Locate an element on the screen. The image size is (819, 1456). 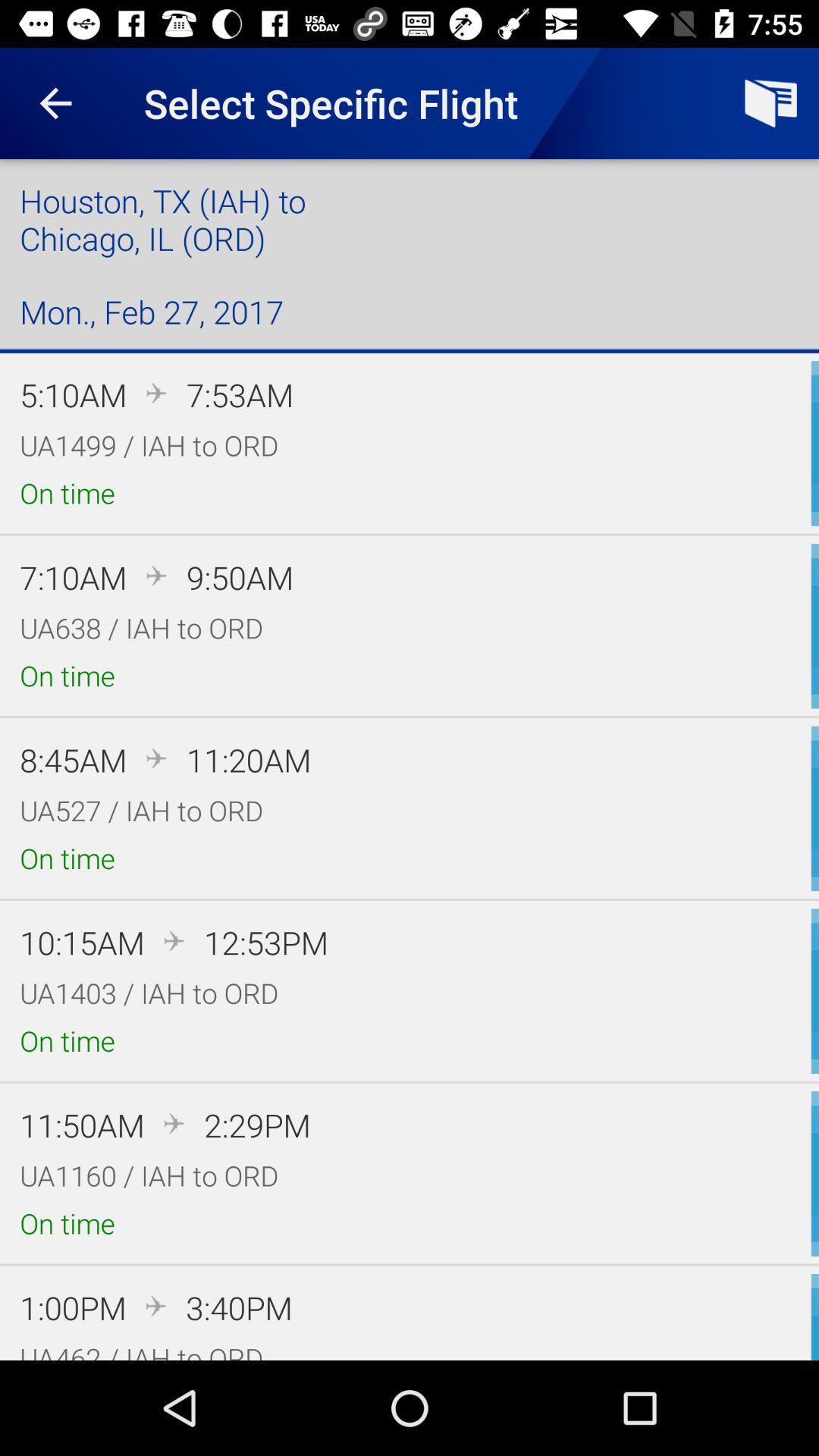
the 2:29pm item is located at coordinates (256, 1125).